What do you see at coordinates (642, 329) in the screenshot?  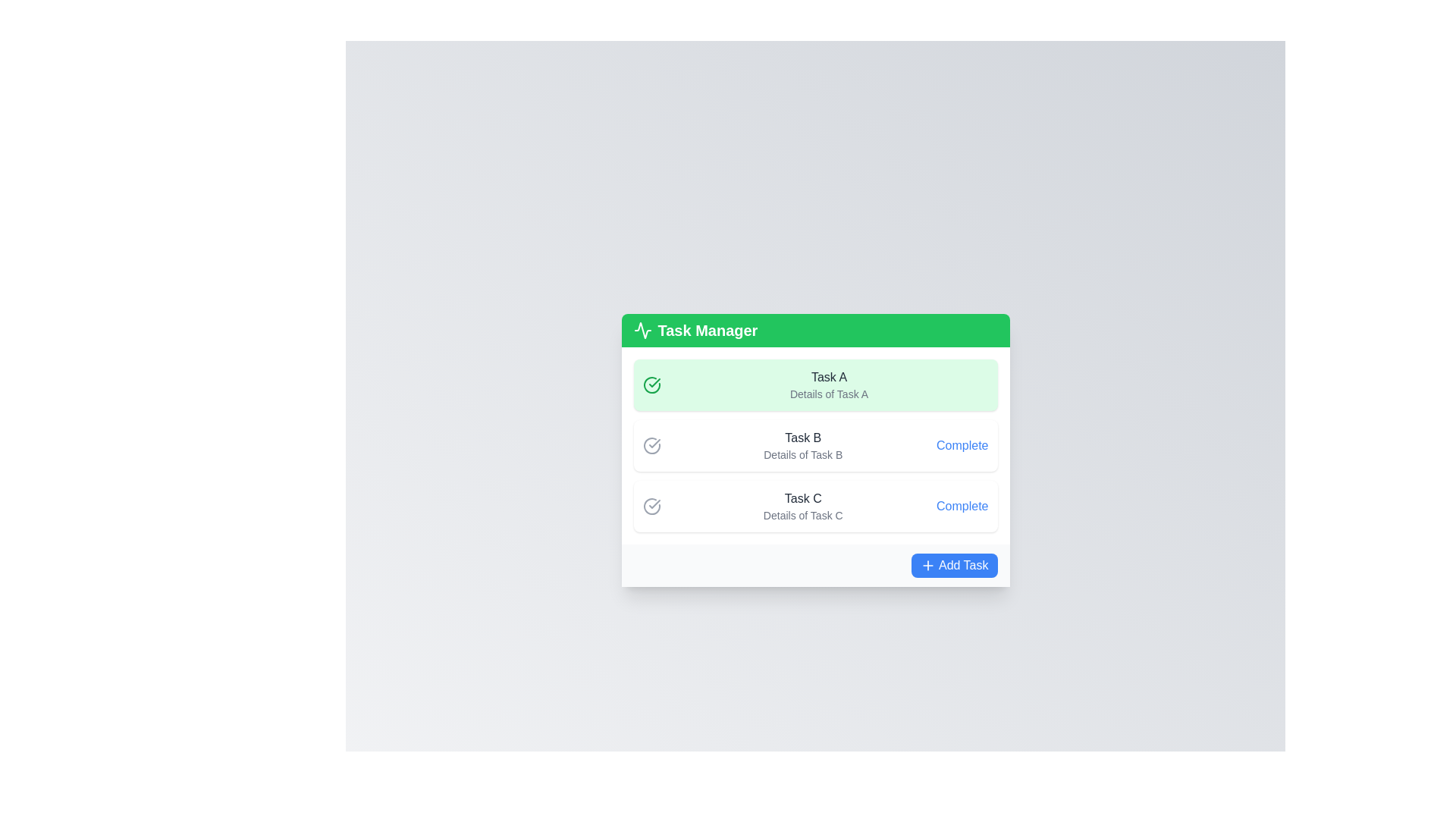 I see `the compact SVG graphic resembling an activity or pulse icon with a green background and white stroke, located to the left of the text 'Task Manager' in the green header section` at bounding box center [642, 329].